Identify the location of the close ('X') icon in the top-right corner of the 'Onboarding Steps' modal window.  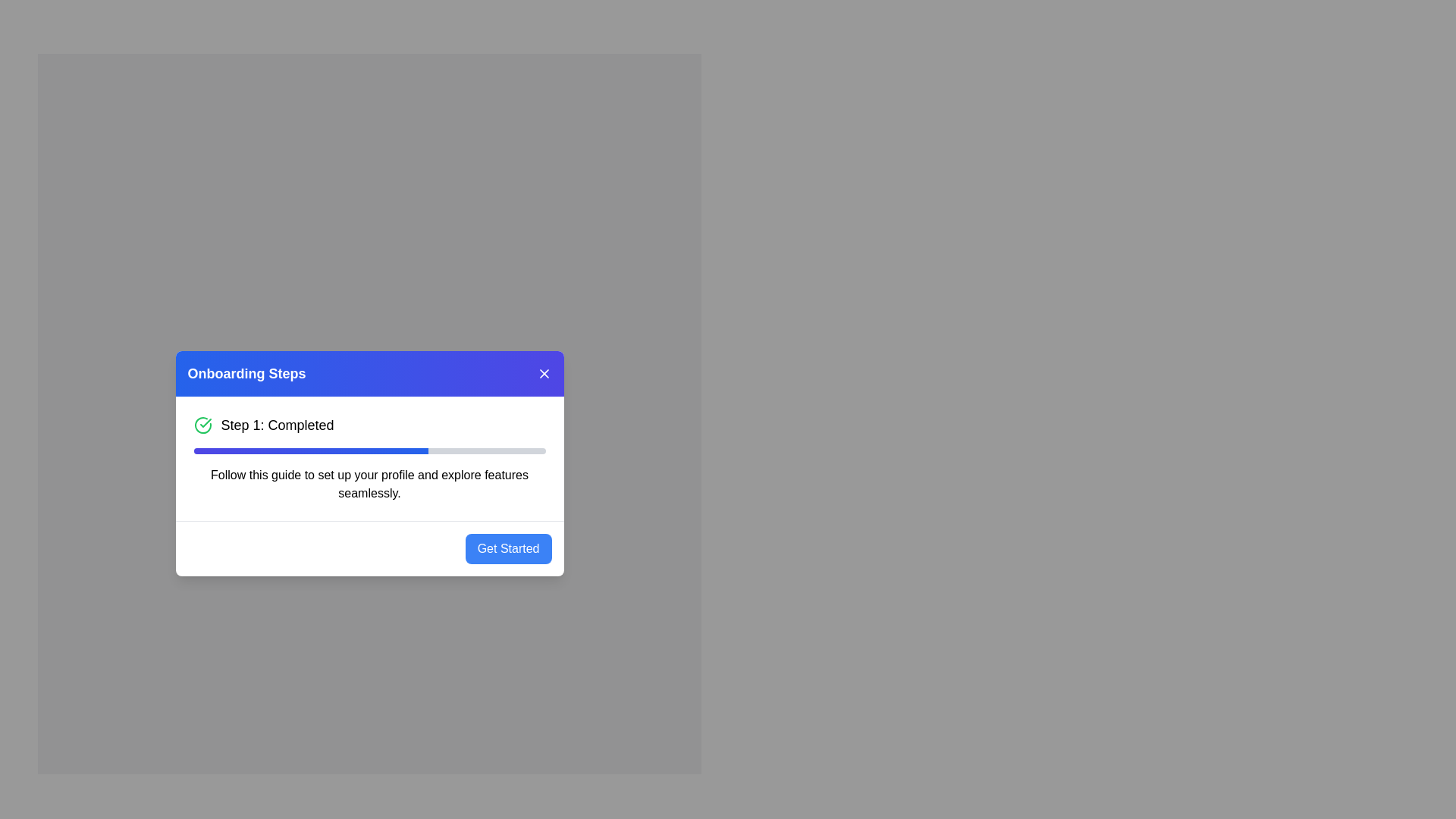
(544, 373).